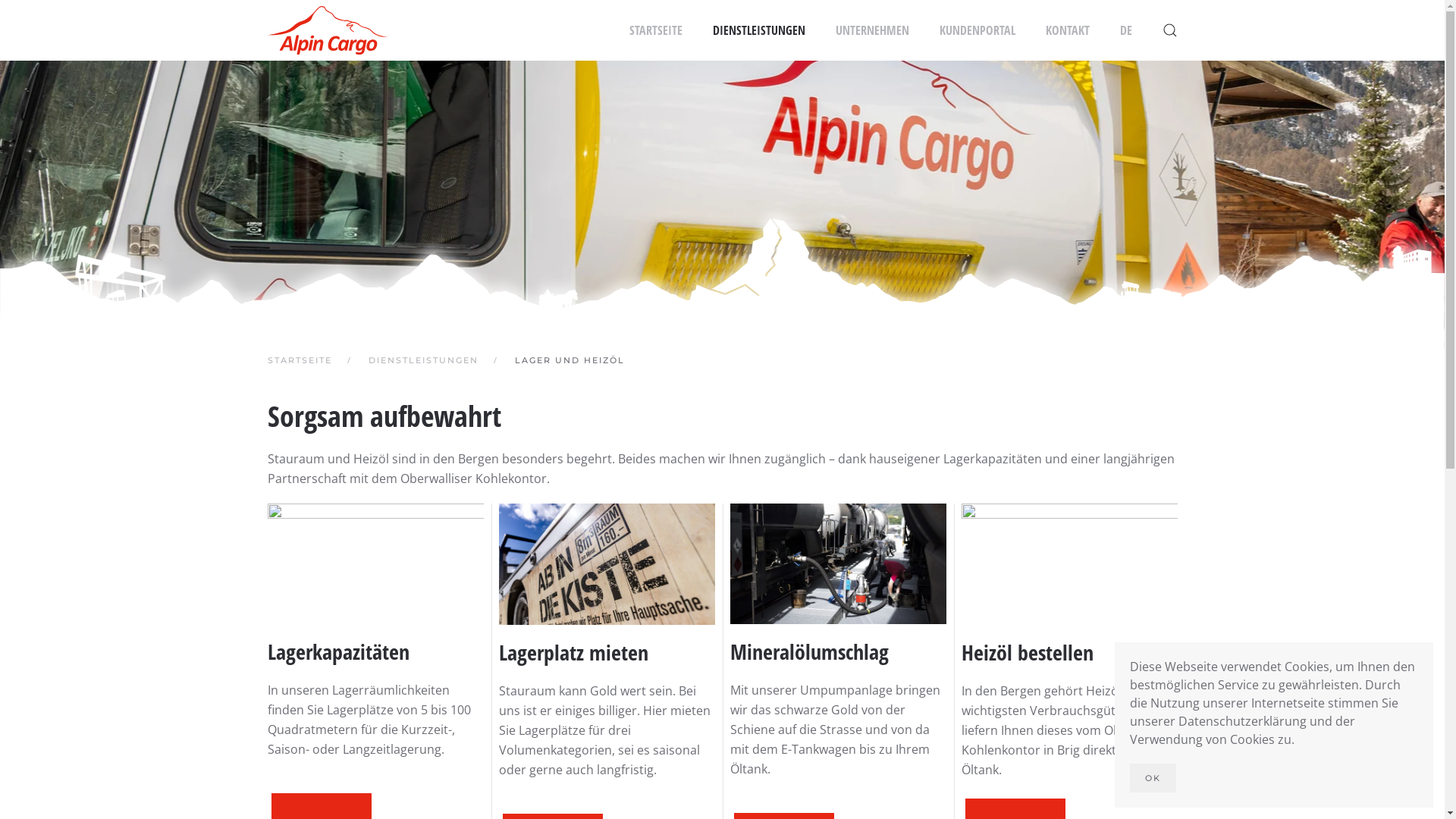 Image resolution: width=1456 pixels, height=819 pixels. I want to click on 'KUNDENPORTAL', so click(976, 30).